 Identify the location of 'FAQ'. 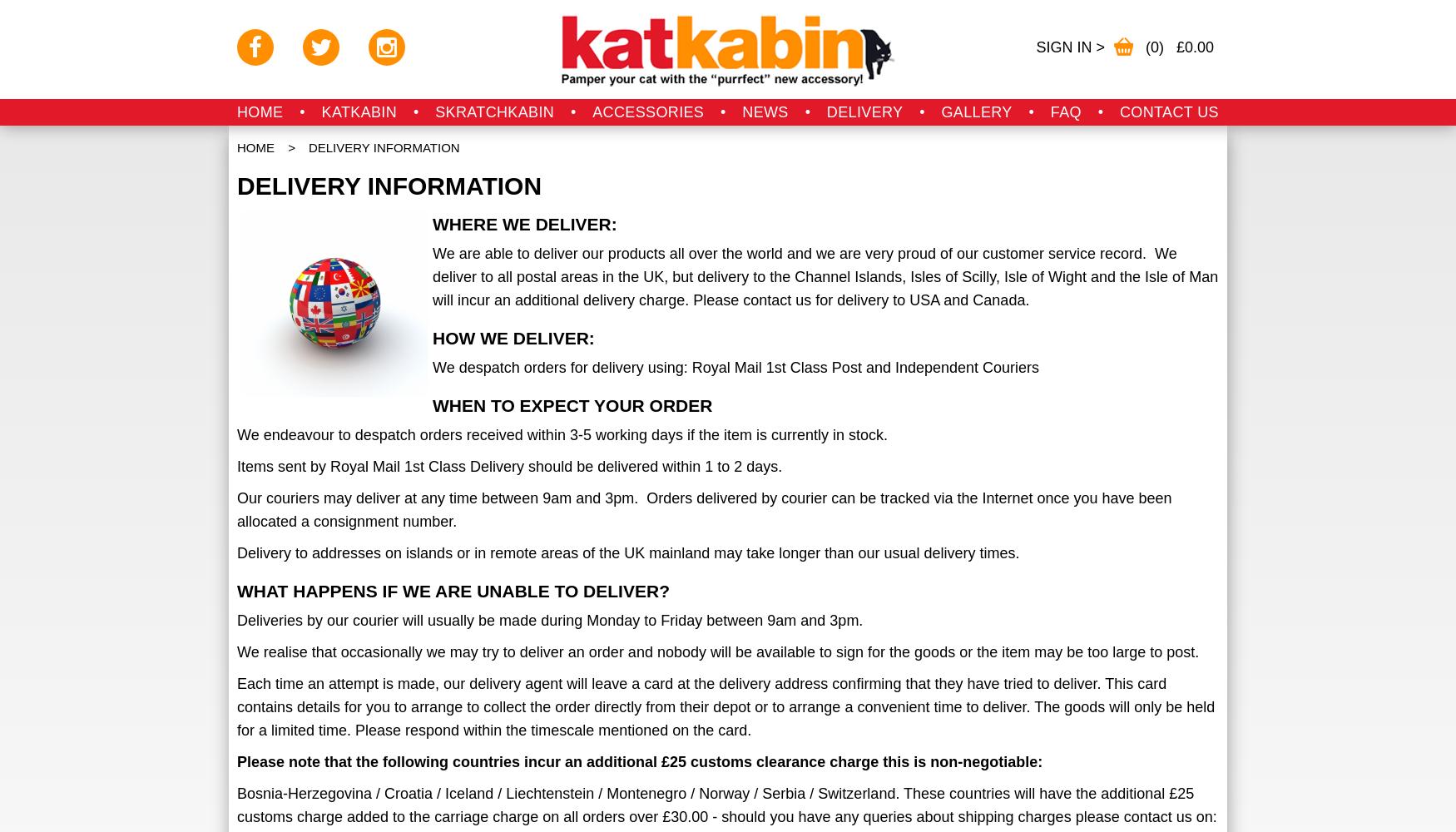
(1064, 112).